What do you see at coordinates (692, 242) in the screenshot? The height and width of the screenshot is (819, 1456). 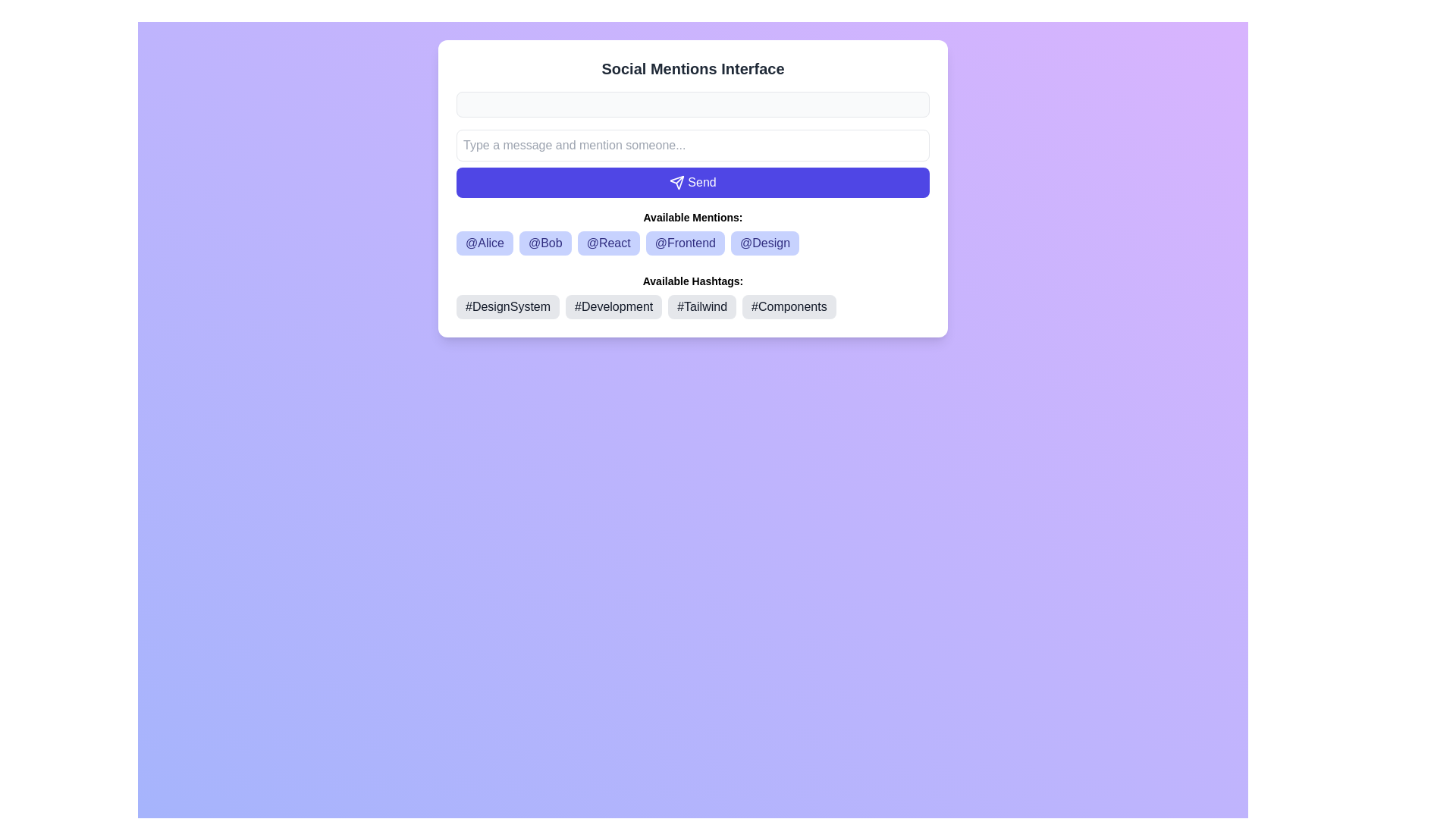 I see `text of the fourth mention tag in the 'Available Mentions' section, styled as a rounded rectangle with a light indigo background and indigo text, which is located below the 'Send' button and above the 'Available Hashtags' section` at bounding box center [692, 242].